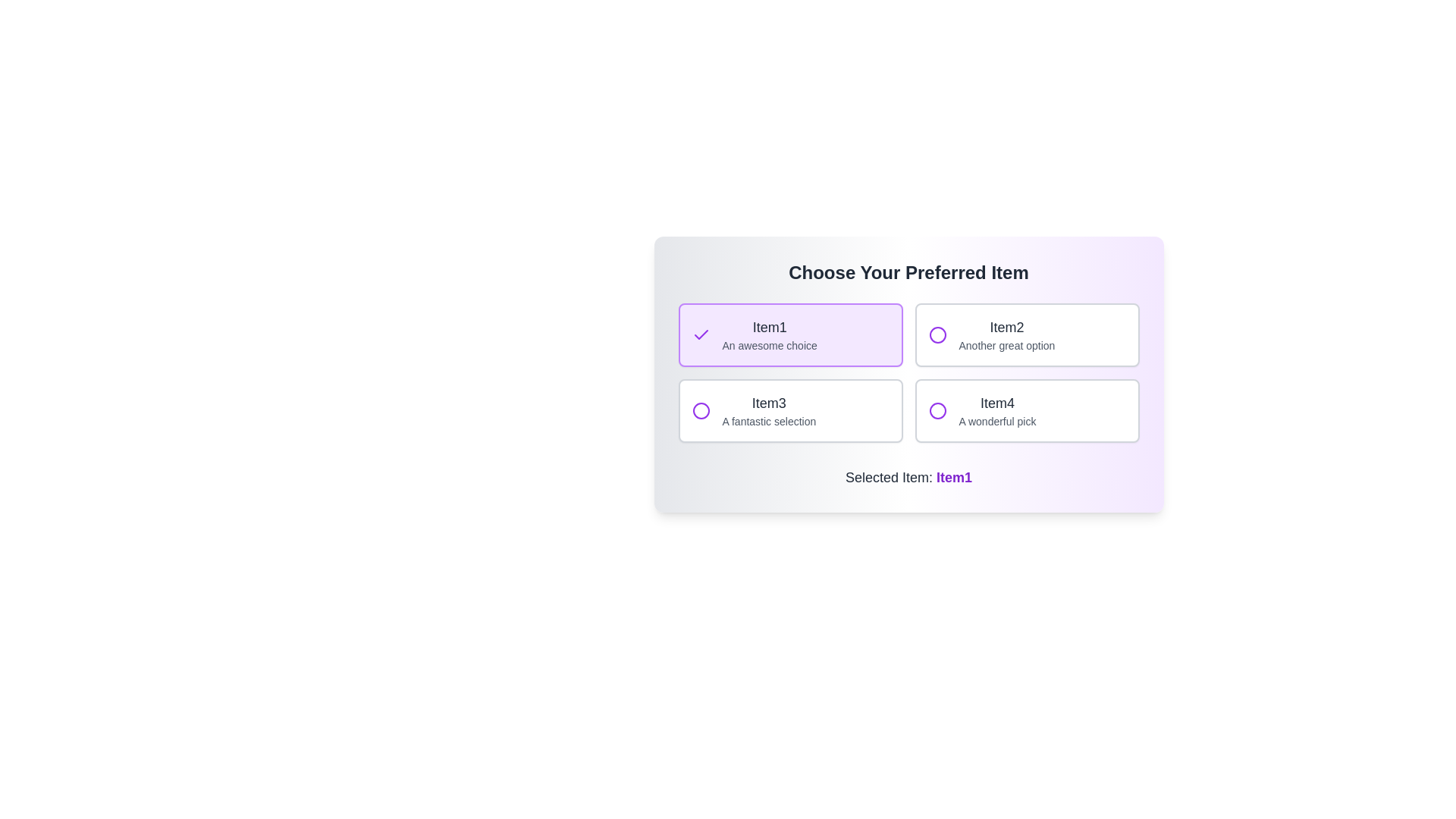 The width and height of the screenshot is (1456, 819). I want to click on the primary label for 'Item1' within the selection list, so click(770, 327).